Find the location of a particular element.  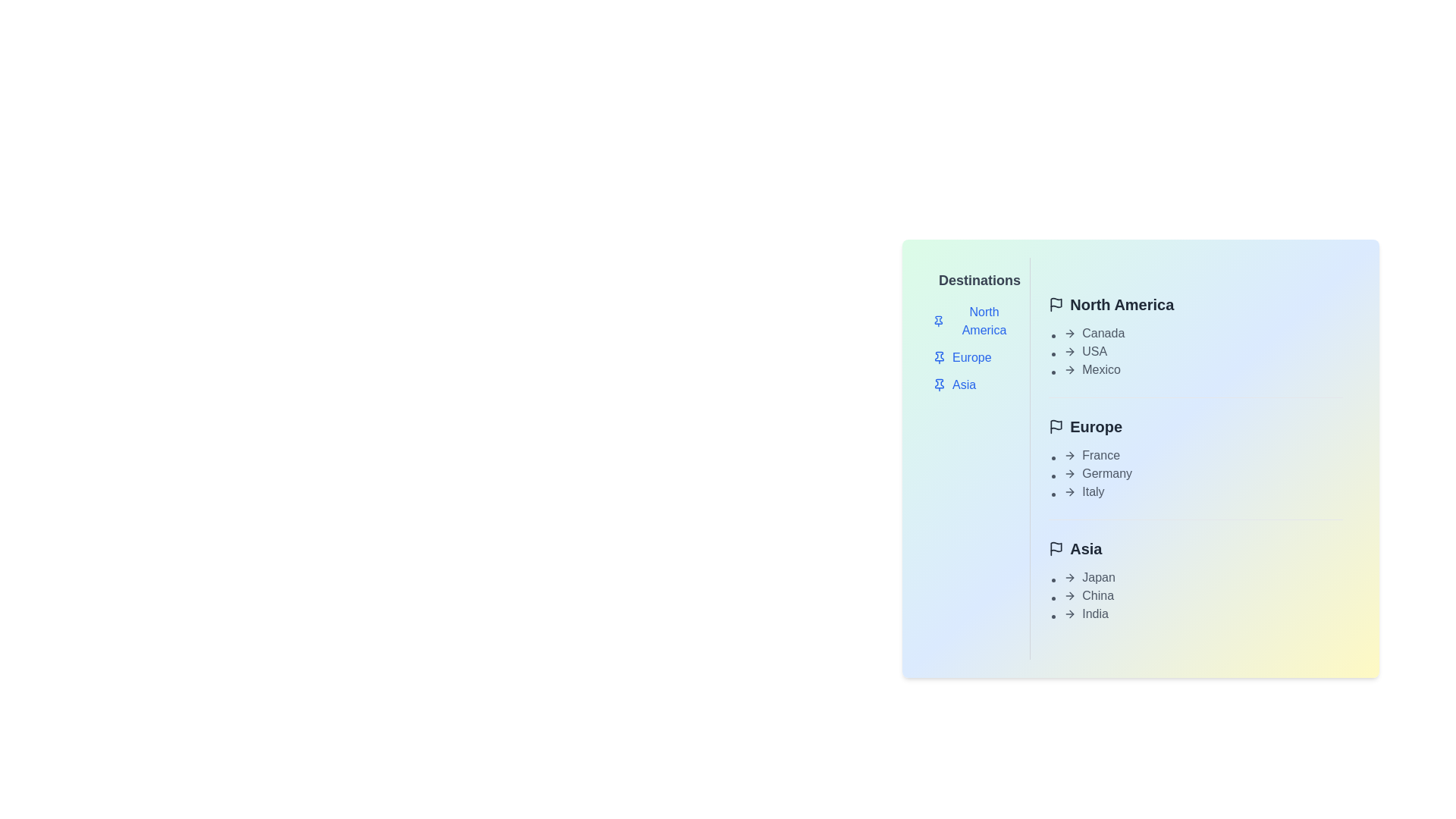

the 'Europe' hyperlink with a pushpin icon in the navigation menu is located at coordinates (975, 357).